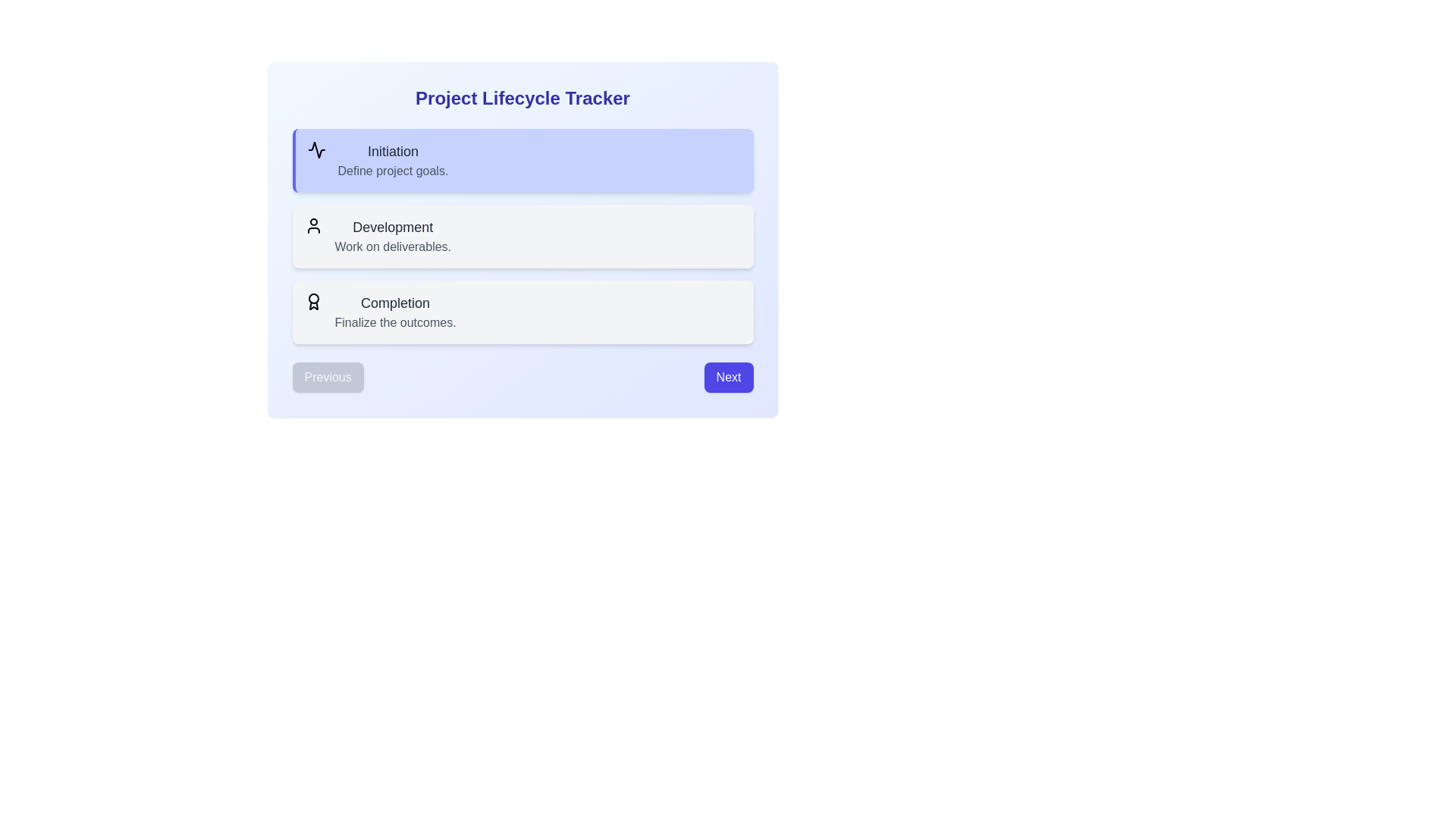 This screenshot has height=819, width=1456. I want to click on text of the section header located at the bottom of the three main section items, which is the title for the content below it, so click(395, 303).